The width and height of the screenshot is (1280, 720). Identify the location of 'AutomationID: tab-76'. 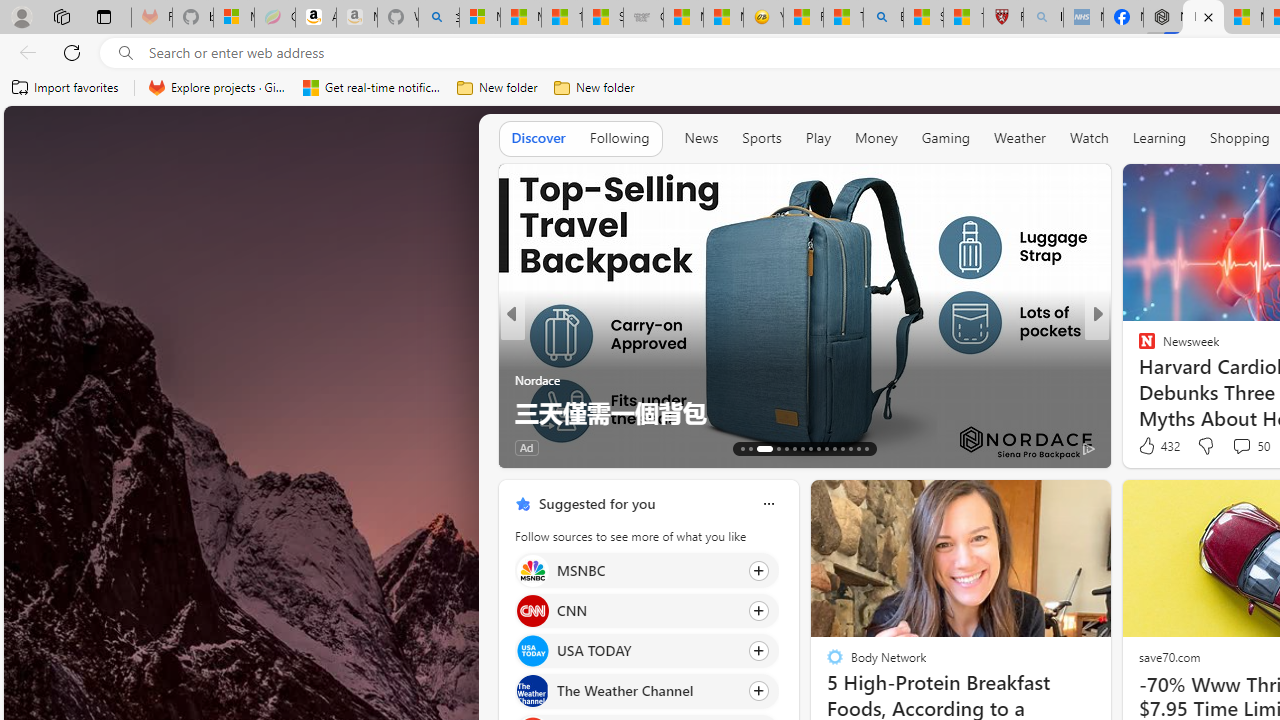
(833, 447).